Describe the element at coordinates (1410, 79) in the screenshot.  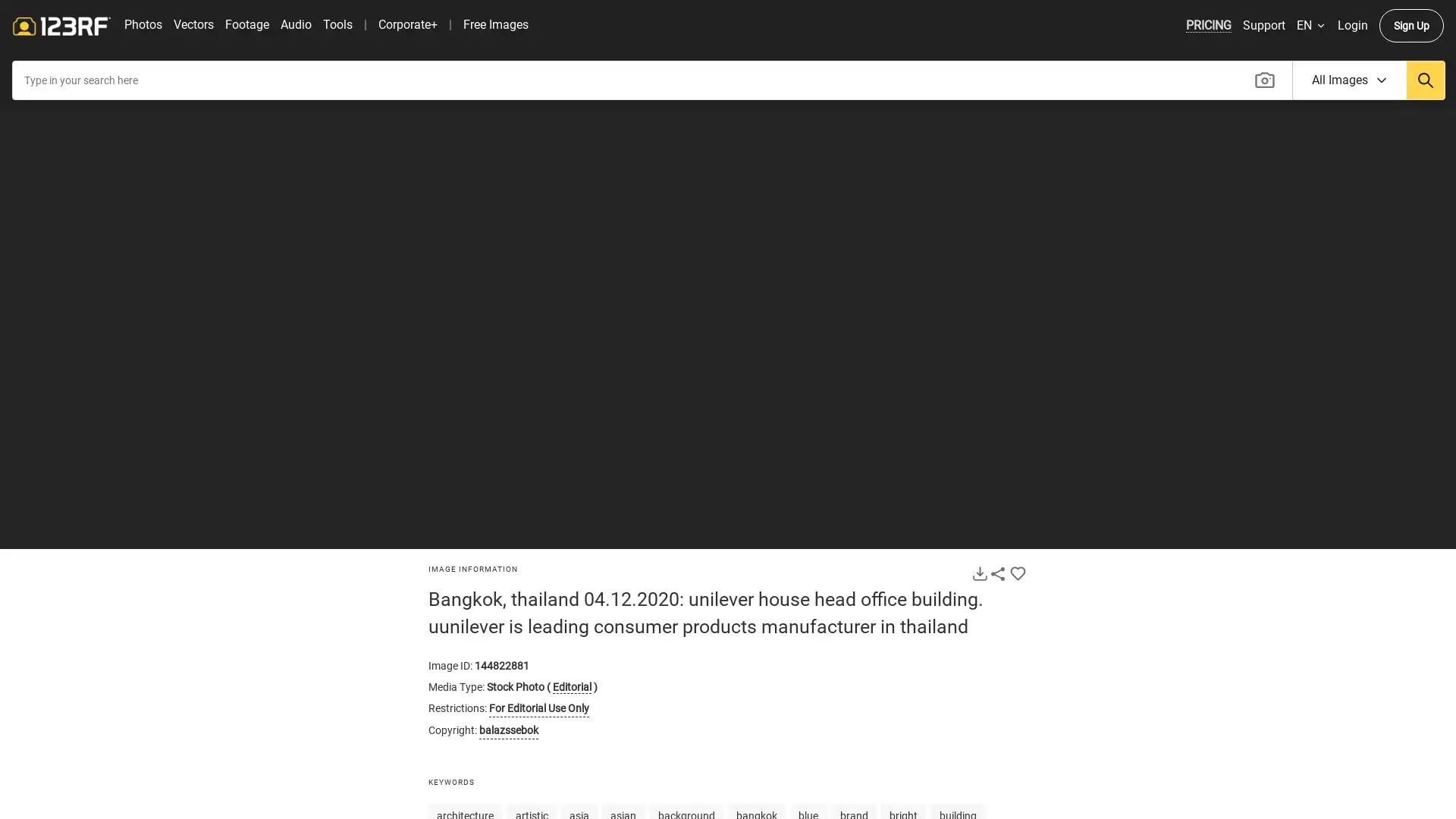
I see `Sign Up` at that location.